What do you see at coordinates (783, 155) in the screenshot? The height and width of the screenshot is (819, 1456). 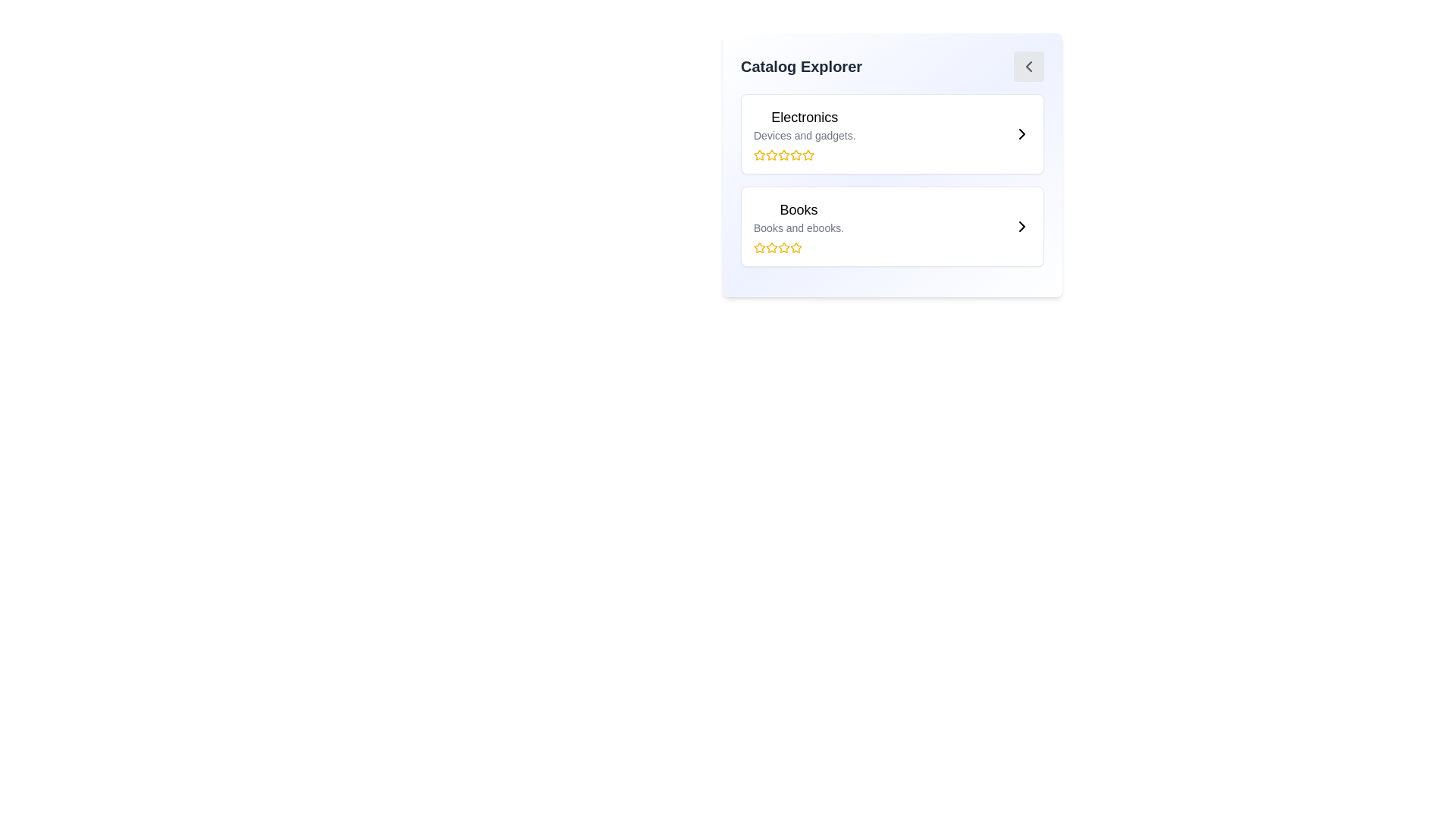 I see `the second rating star in the rating system for the 'Electronics' category` at bounding box center [783, 155].